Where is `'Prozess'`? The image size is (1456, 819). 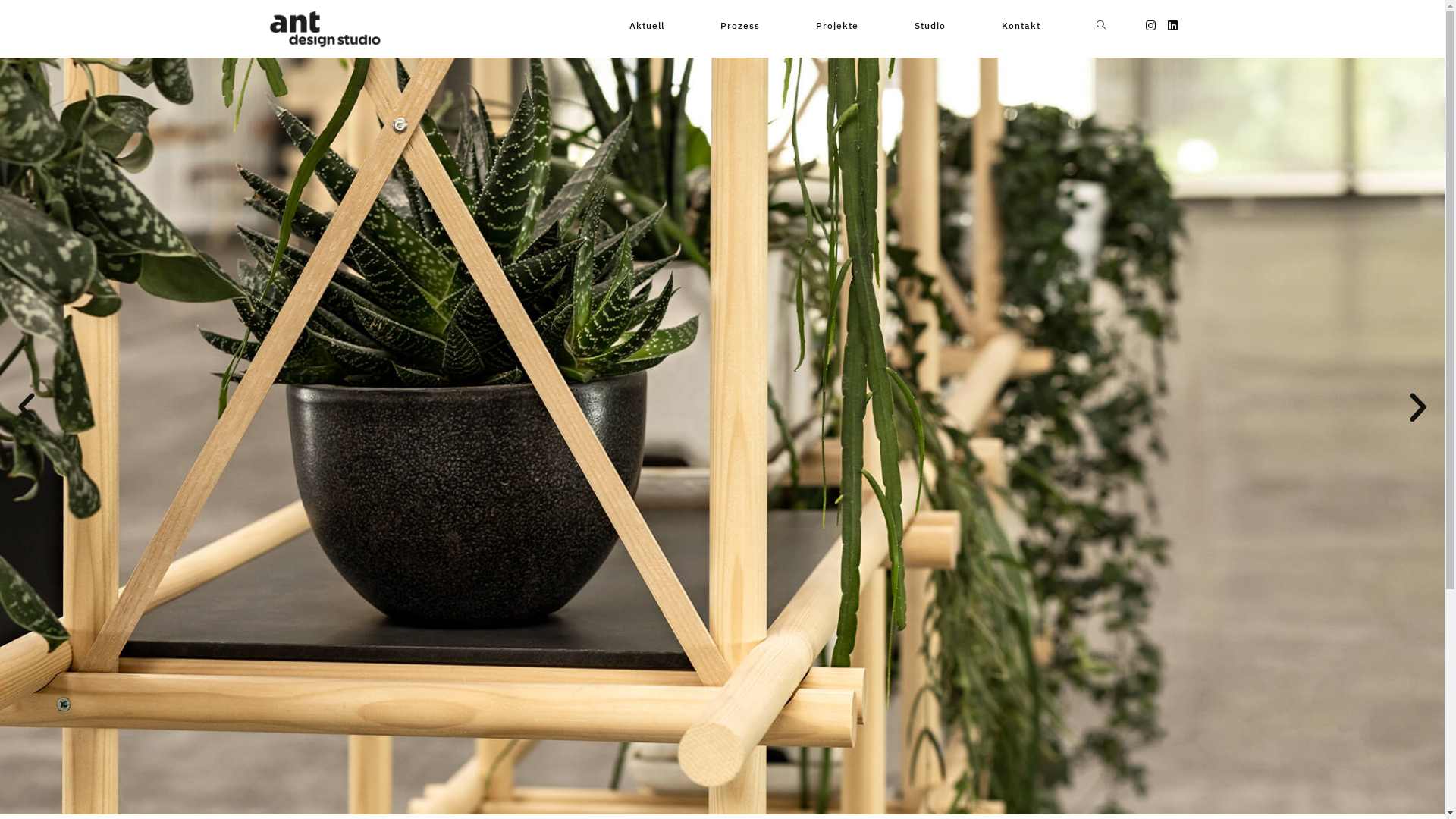
'Prozess' is located at coordinates (739, 26).